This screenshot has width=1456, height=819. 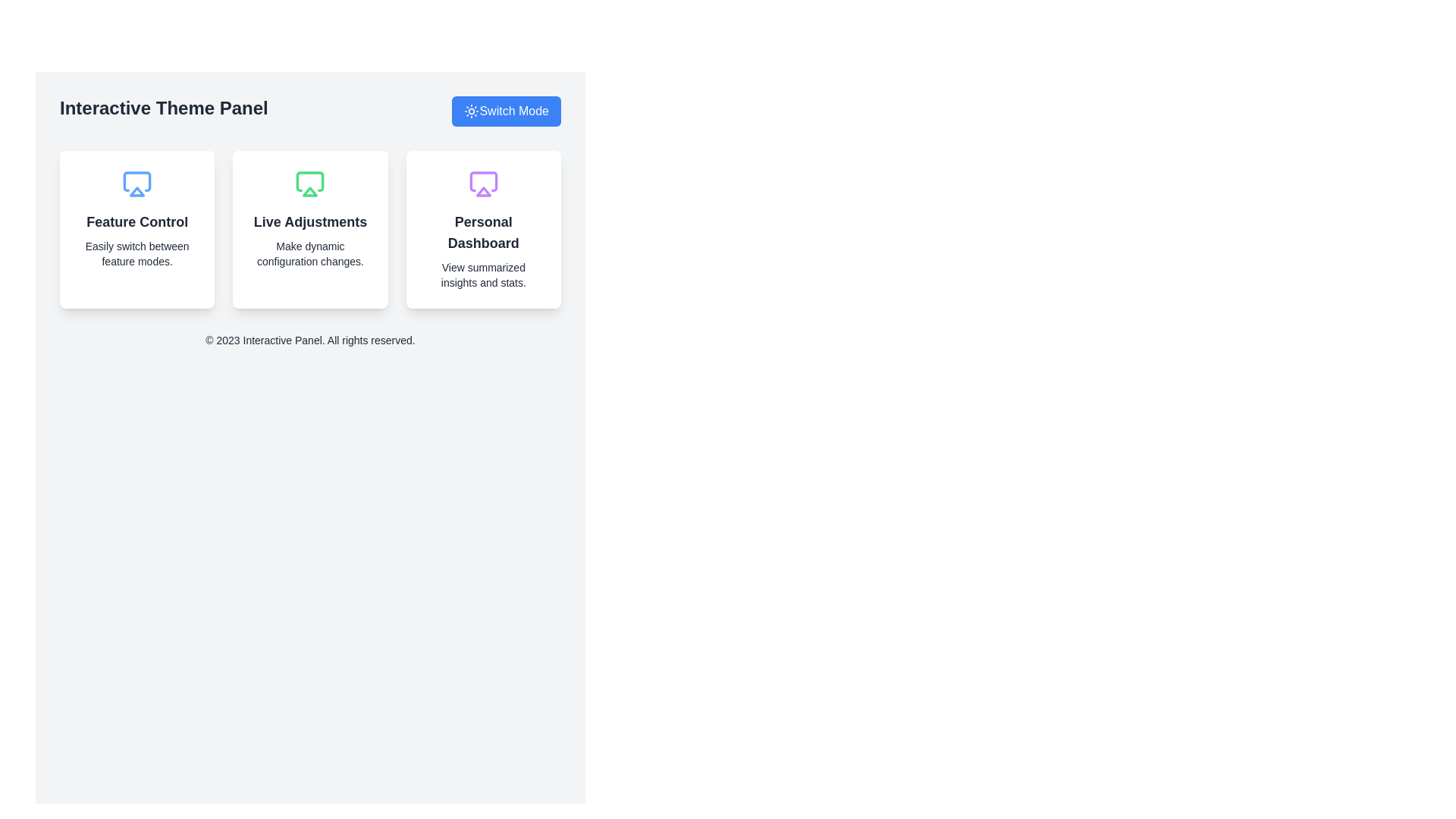 I want to click on text label providing supplementary information under the main title in the 'Personal Dashboard' card, which is centrally aligned at the bottom of the card, so click(x=482, y=275).